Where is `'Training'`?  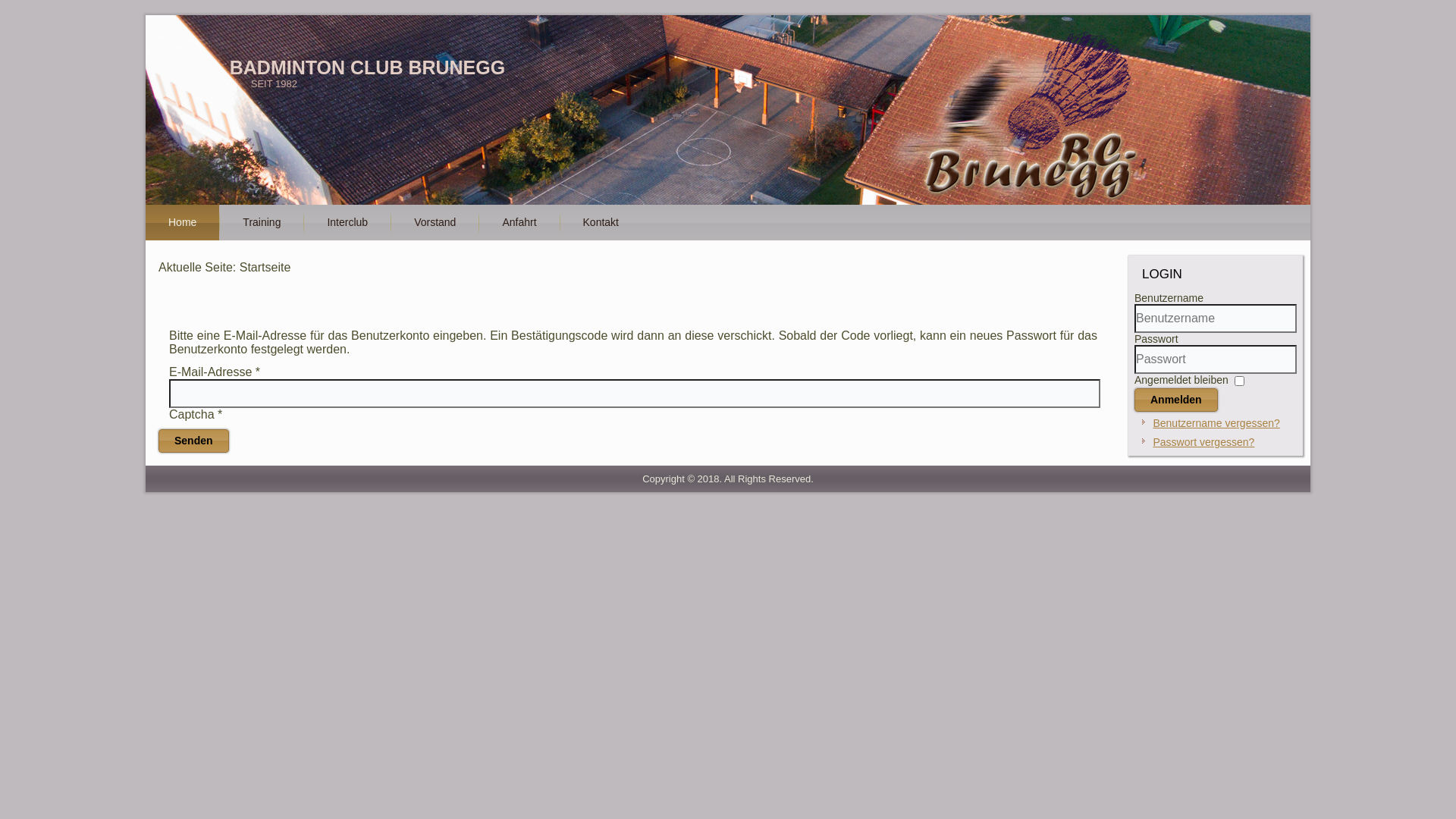
'Training' is located at coordinates (218, 222).